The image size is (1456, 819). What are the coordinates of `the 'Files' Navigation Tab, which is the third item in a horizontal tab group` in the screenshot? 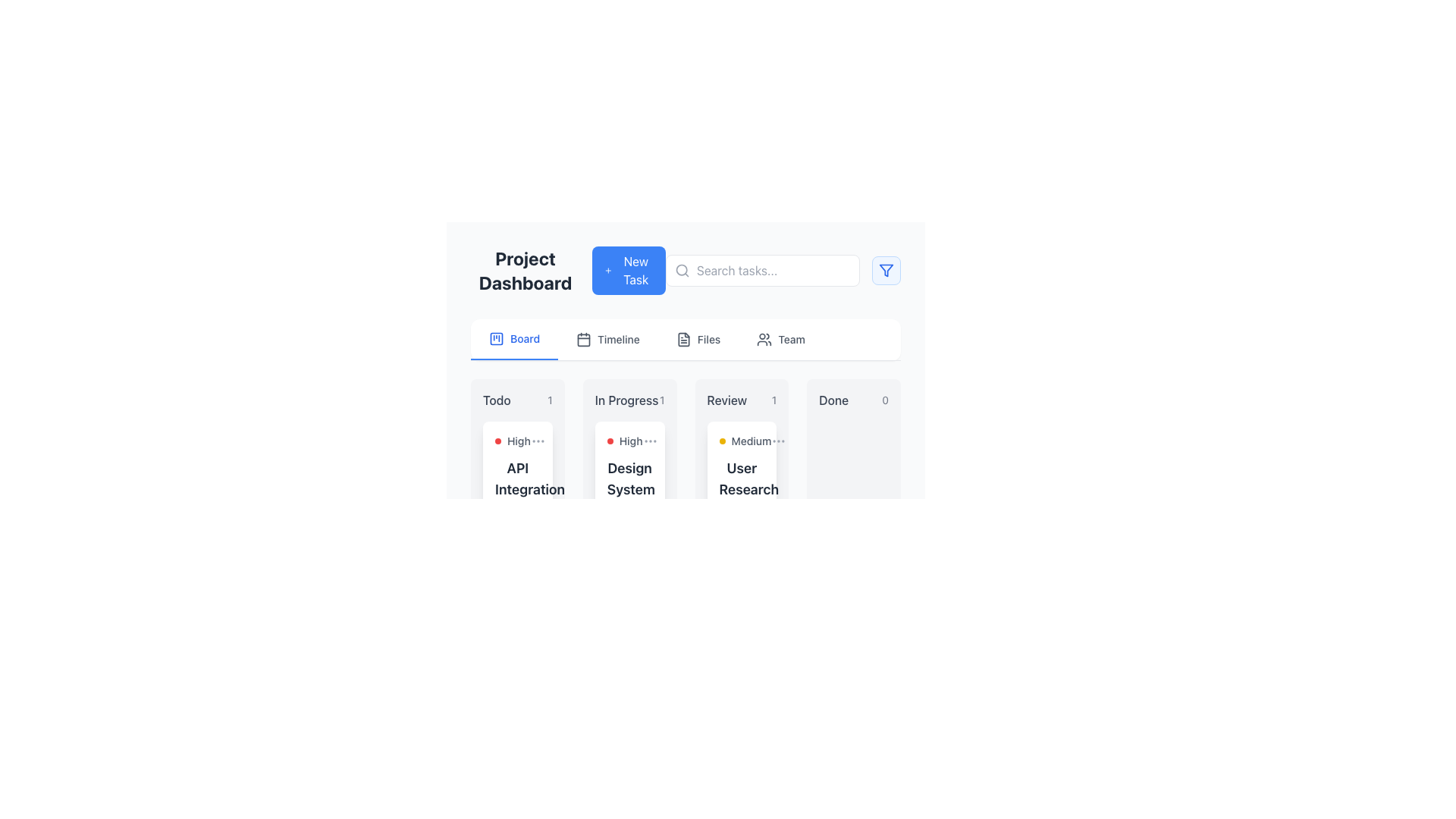 It's located at (698, 338).